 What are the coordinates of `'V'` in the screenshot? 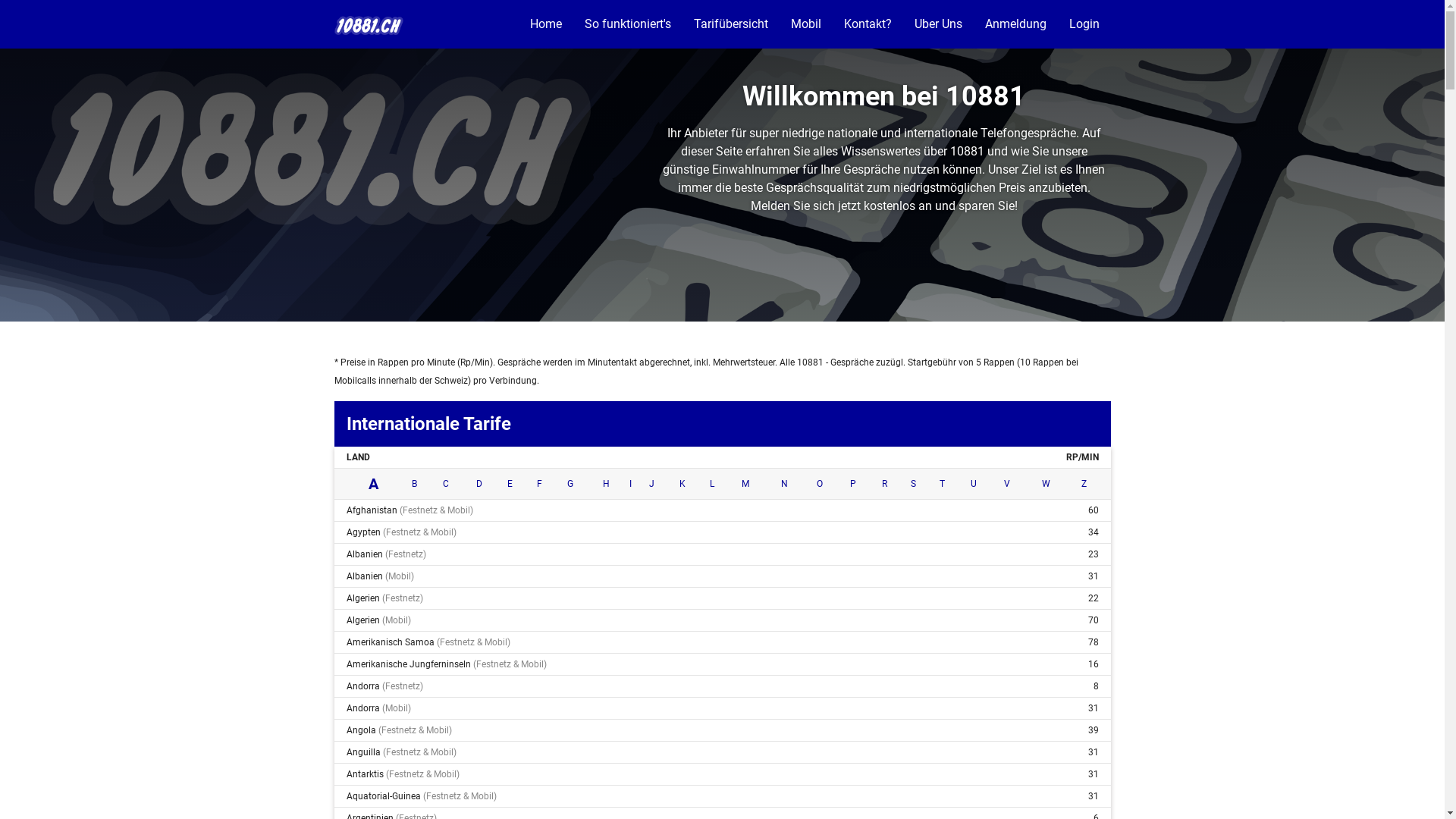 It's located at (1004, 483).